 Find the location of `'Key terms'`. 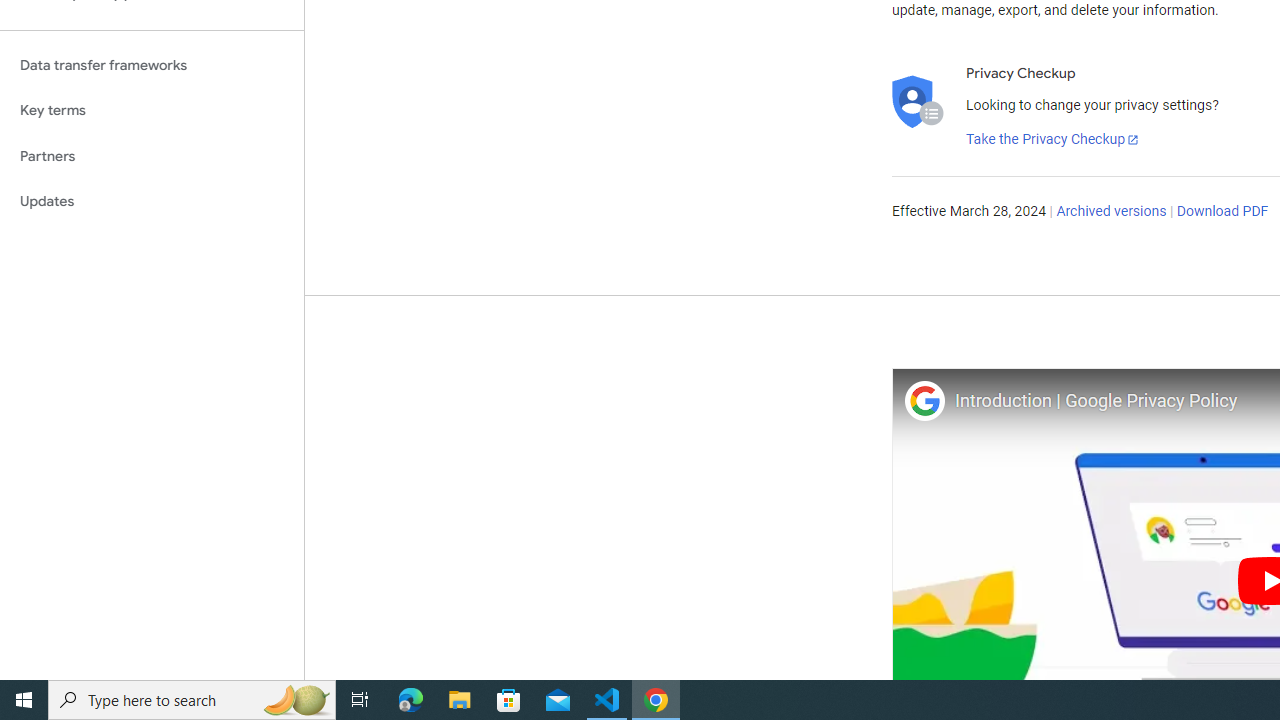

'Key terms' is located at coordinates (151, 110).